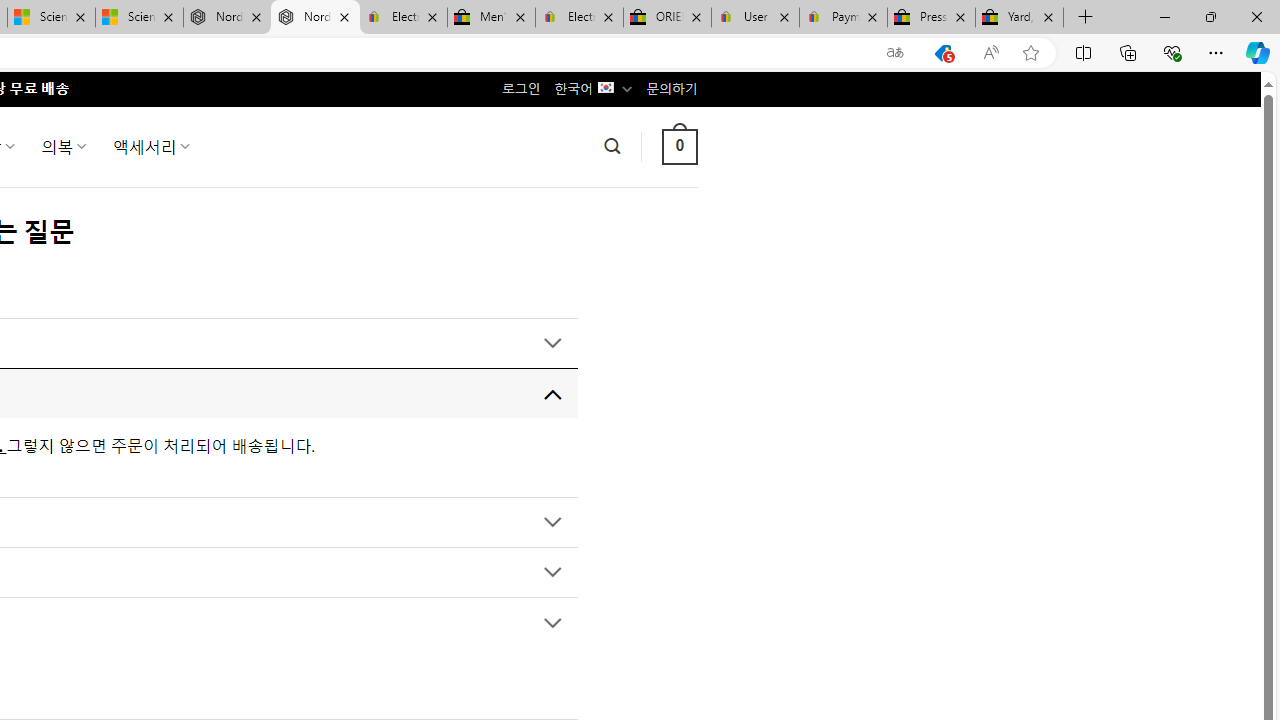  I want to click on ' 0 ', so click(679, 145).